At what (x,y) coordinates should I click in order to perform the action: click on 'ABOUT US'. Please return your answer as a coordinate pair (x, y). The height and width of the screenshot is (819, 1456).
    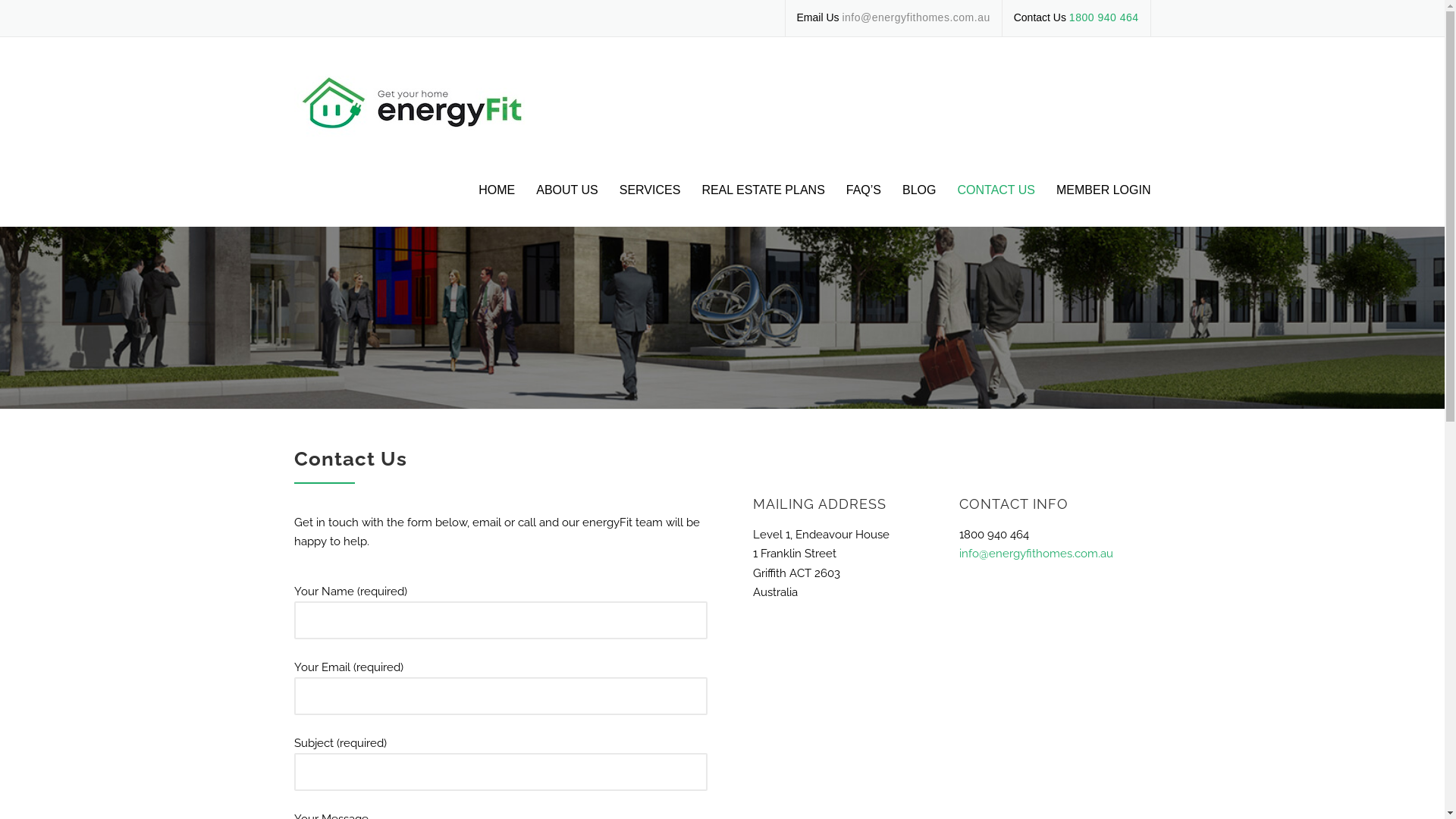
    Looking at the image, I should click on (566, 202).